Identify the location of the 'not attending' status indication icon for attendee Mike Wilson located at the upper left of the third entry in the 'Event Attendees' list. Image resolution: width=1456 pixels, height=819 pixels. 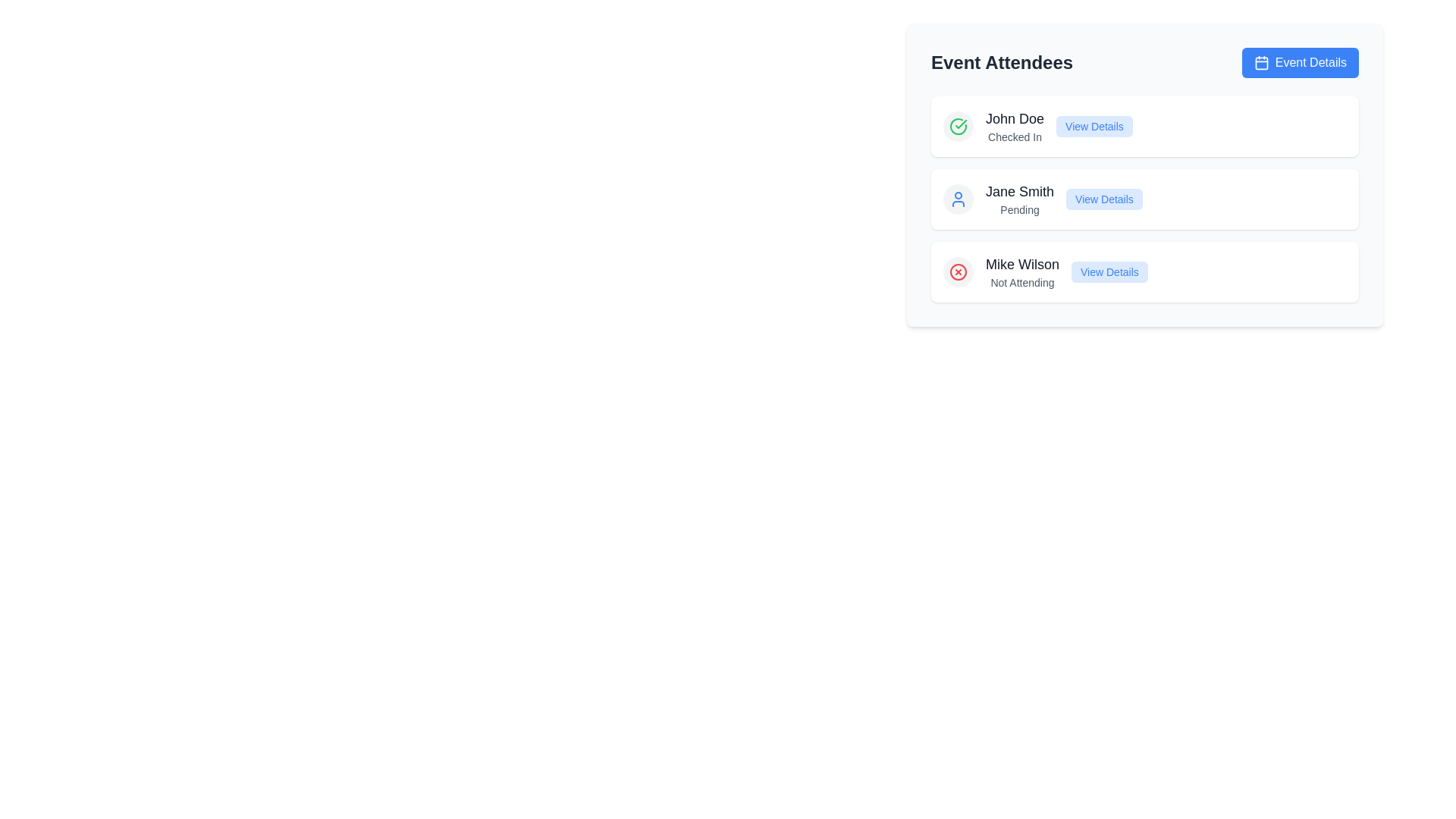
(957, 271).